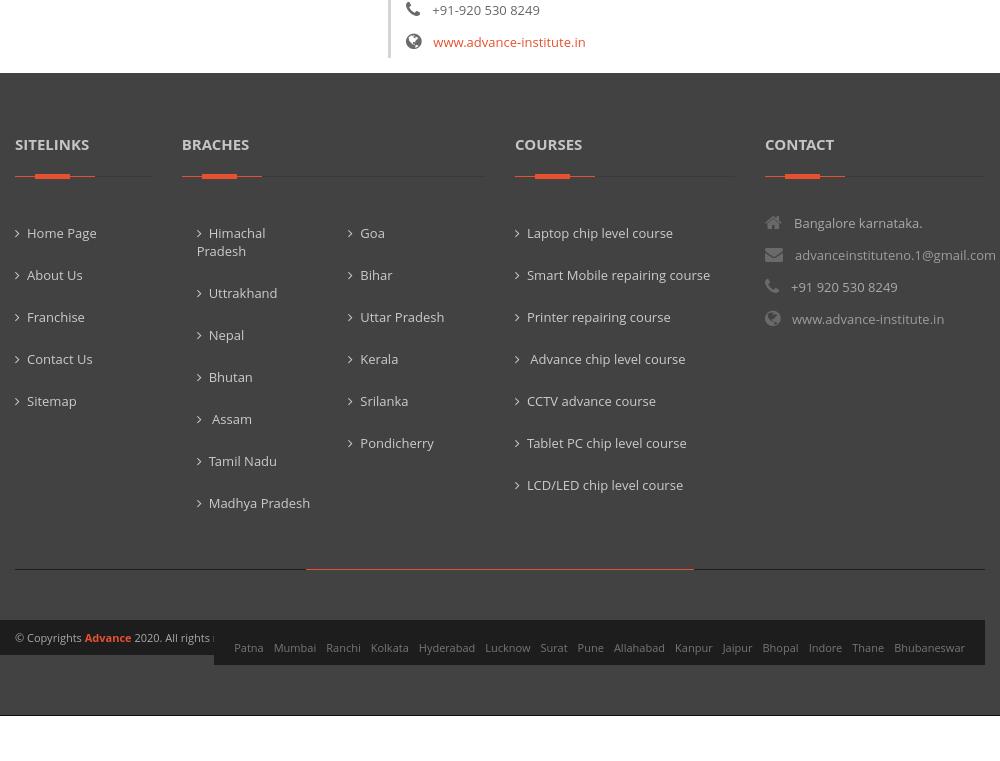 The width and height of the screenshot is (1000, 761). I want to click on 'Indore', so click(824, 645).